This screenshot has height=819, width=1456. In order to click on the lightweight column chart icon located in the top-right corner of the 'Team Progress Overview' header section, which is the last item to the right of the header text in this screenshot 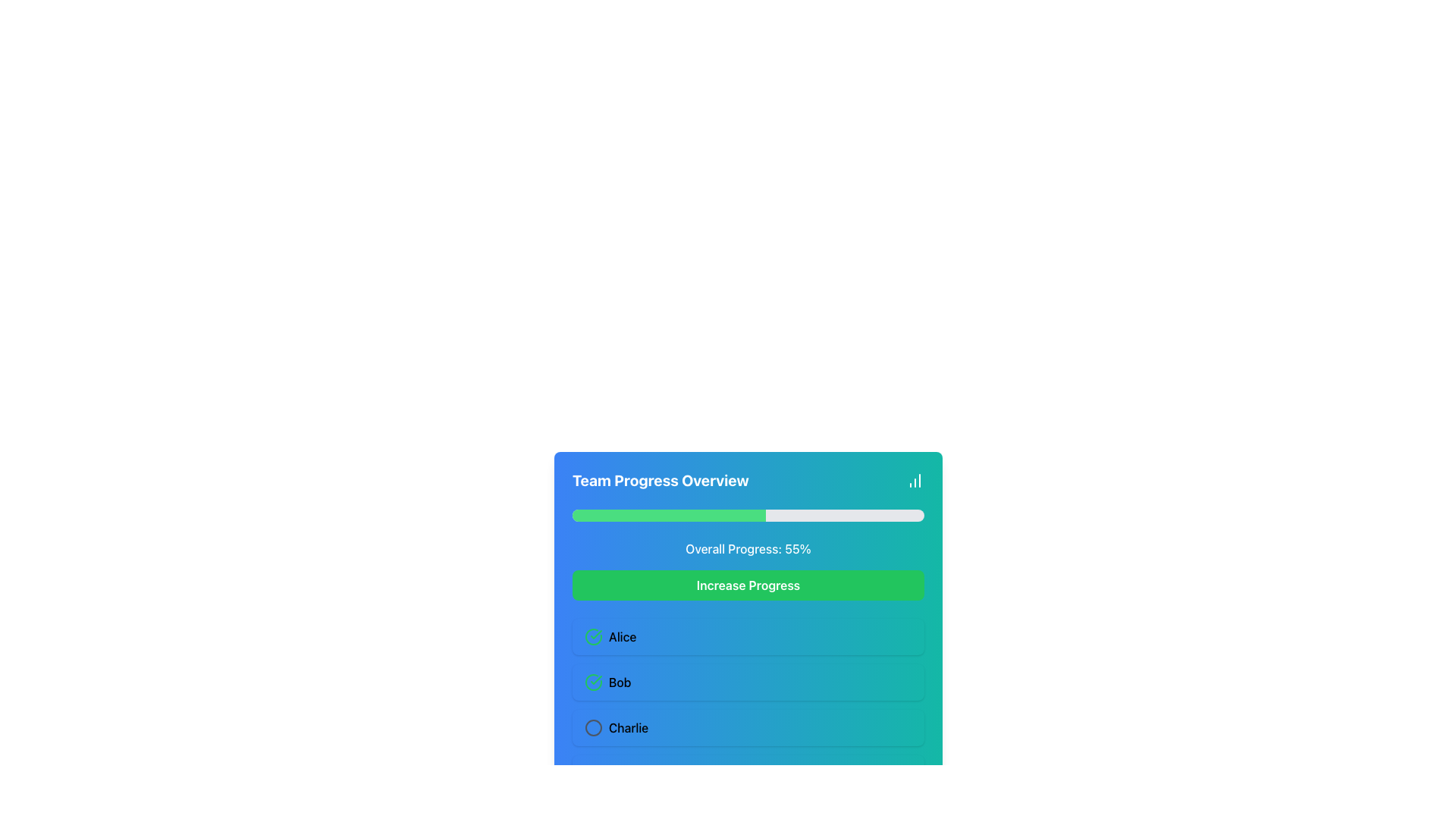, I will do `click(914, 480)`.